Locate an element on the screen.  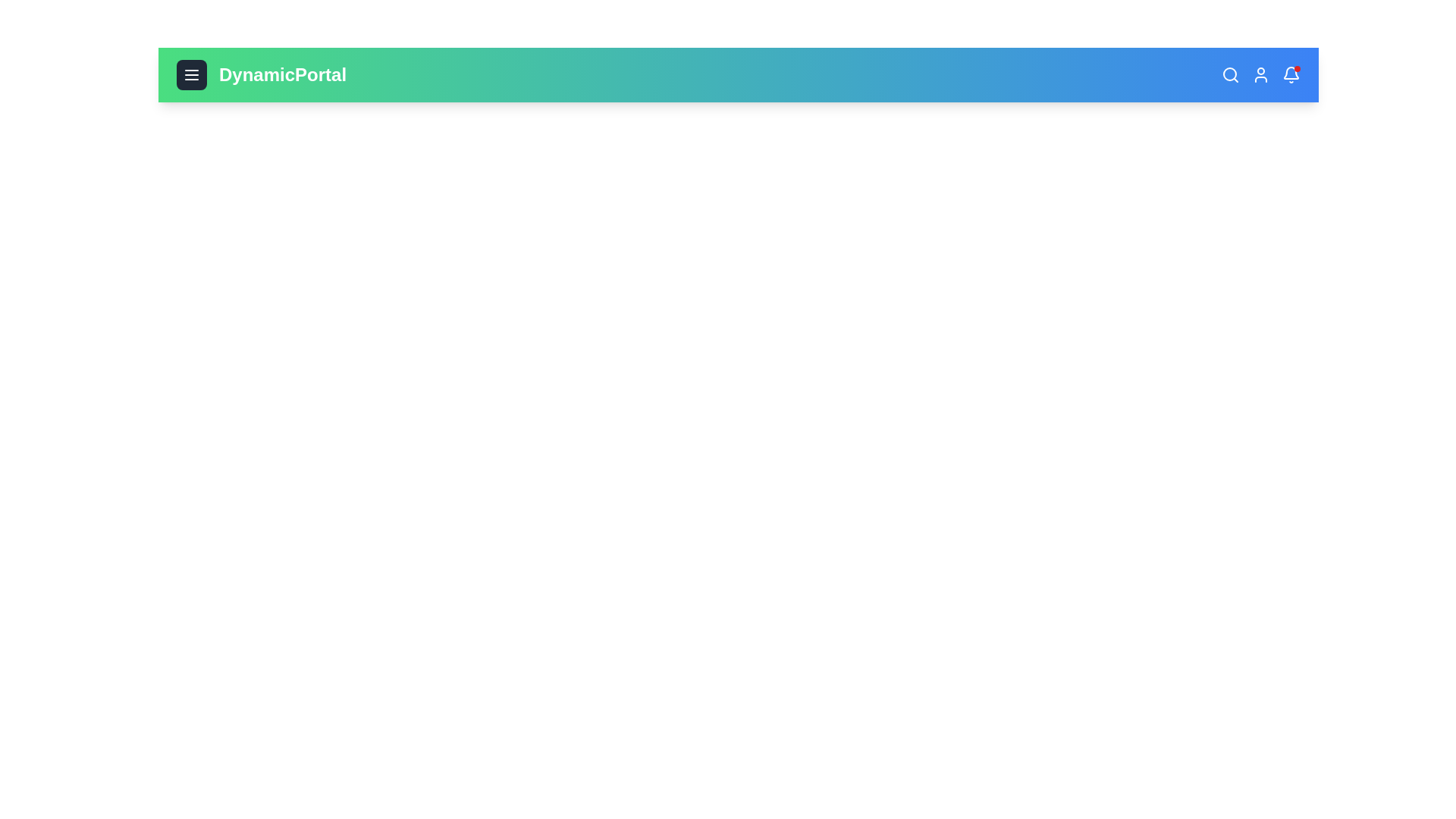
the menu button to toggle the menu visibility is located at coordinates (191, 75).